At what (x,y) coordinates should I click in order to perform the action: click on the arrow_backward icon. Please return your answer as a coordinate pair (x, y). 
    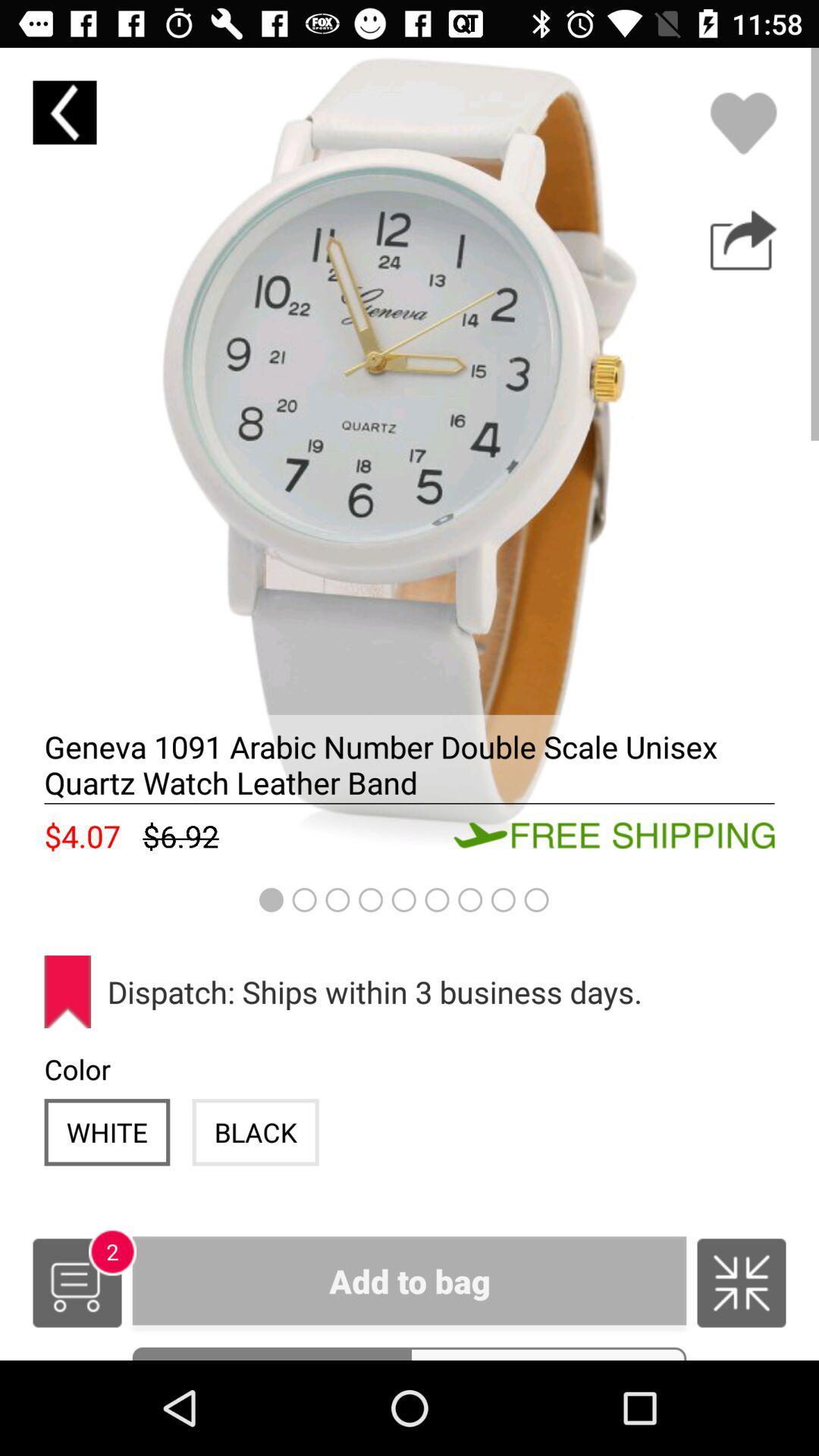
    Looking at the image, I should click on (64, 111).